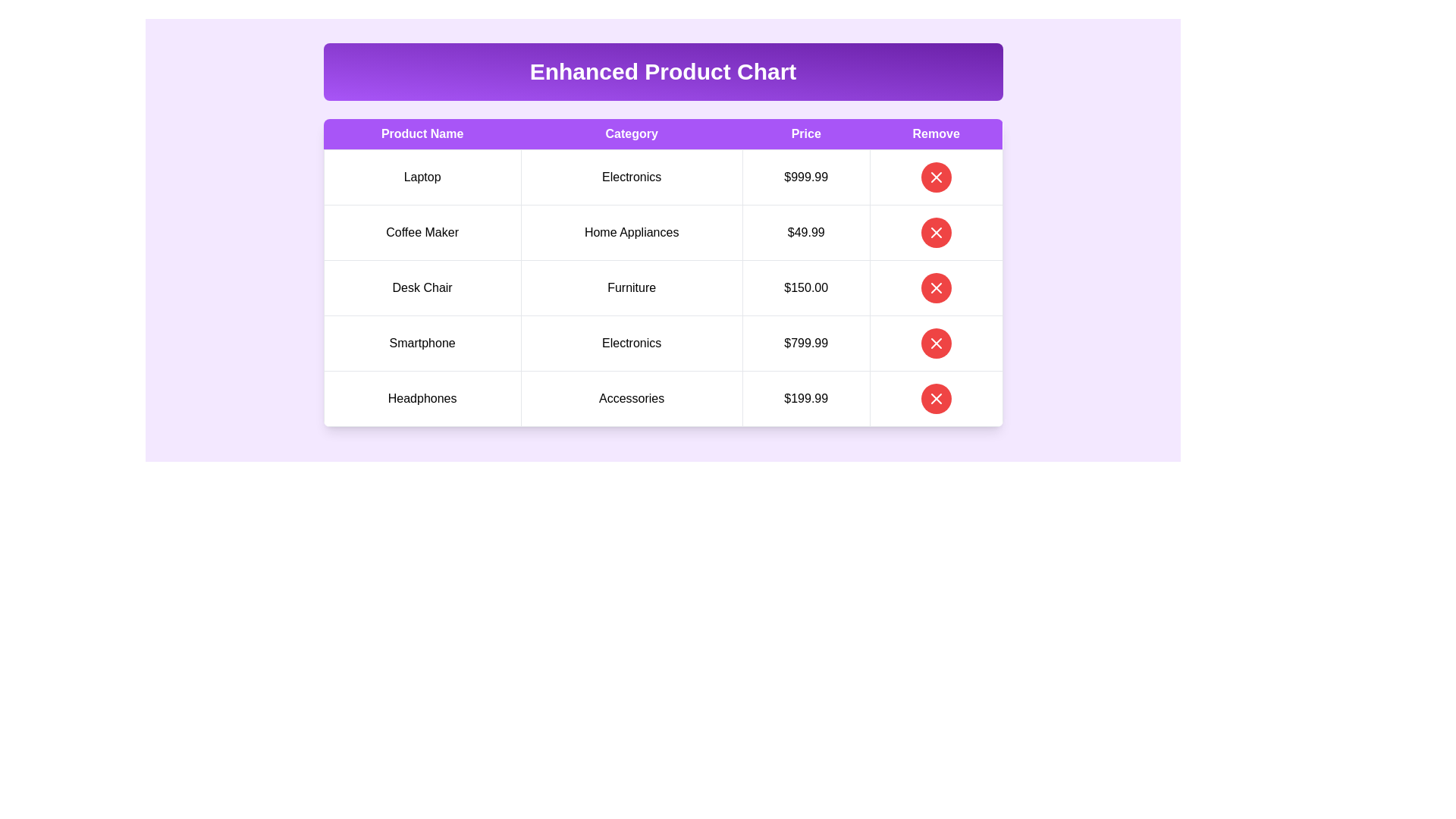  I want to click on the white 'X' icon button with a rounded red background located in the second row of the table under the 'Remove' column, directly to the right of the price '$49.99', to invoke the remove action, so click(935, 233).